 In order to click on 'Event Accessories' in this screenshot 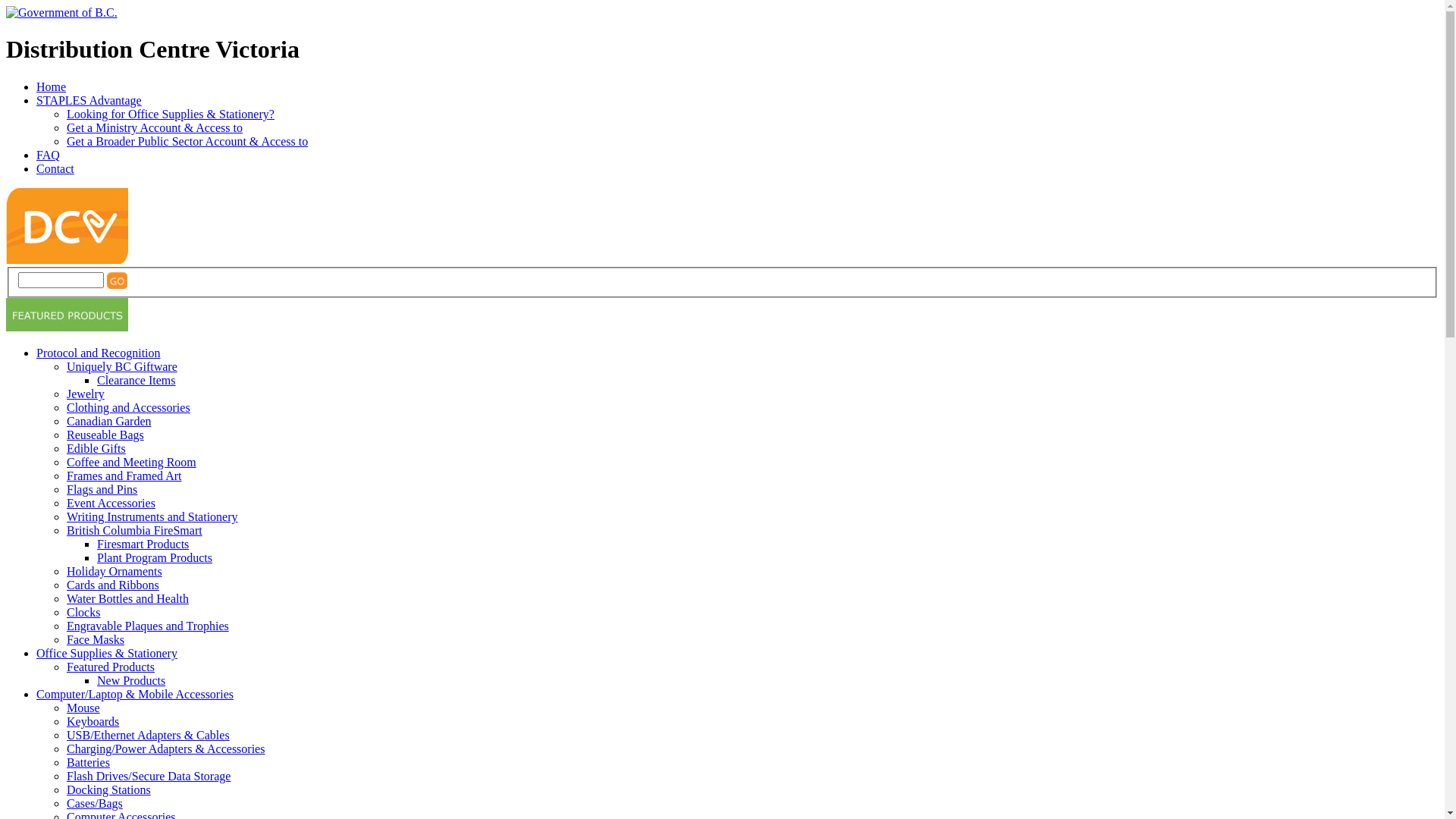, I will do `click(110, 503)`.